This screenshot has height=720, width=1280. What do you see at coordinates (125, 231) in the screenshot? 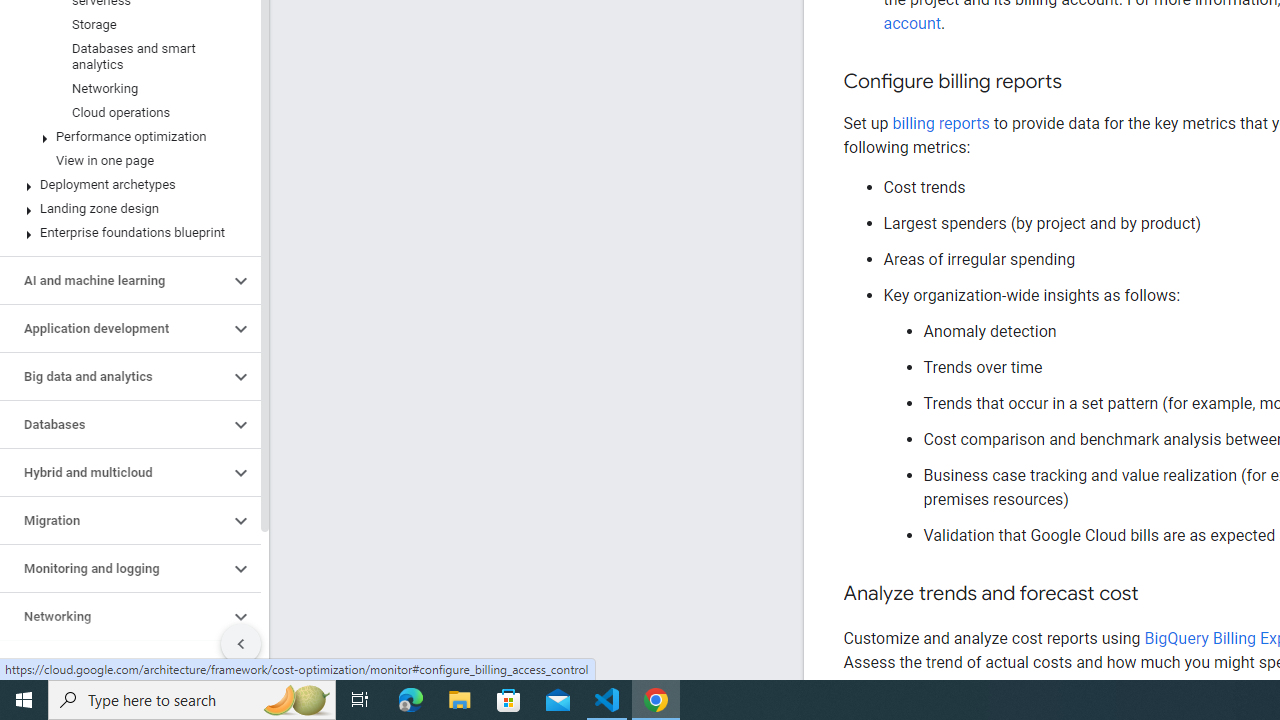
I see `'Enterprise foundations blueprint'` at bounding box center [125, 231].